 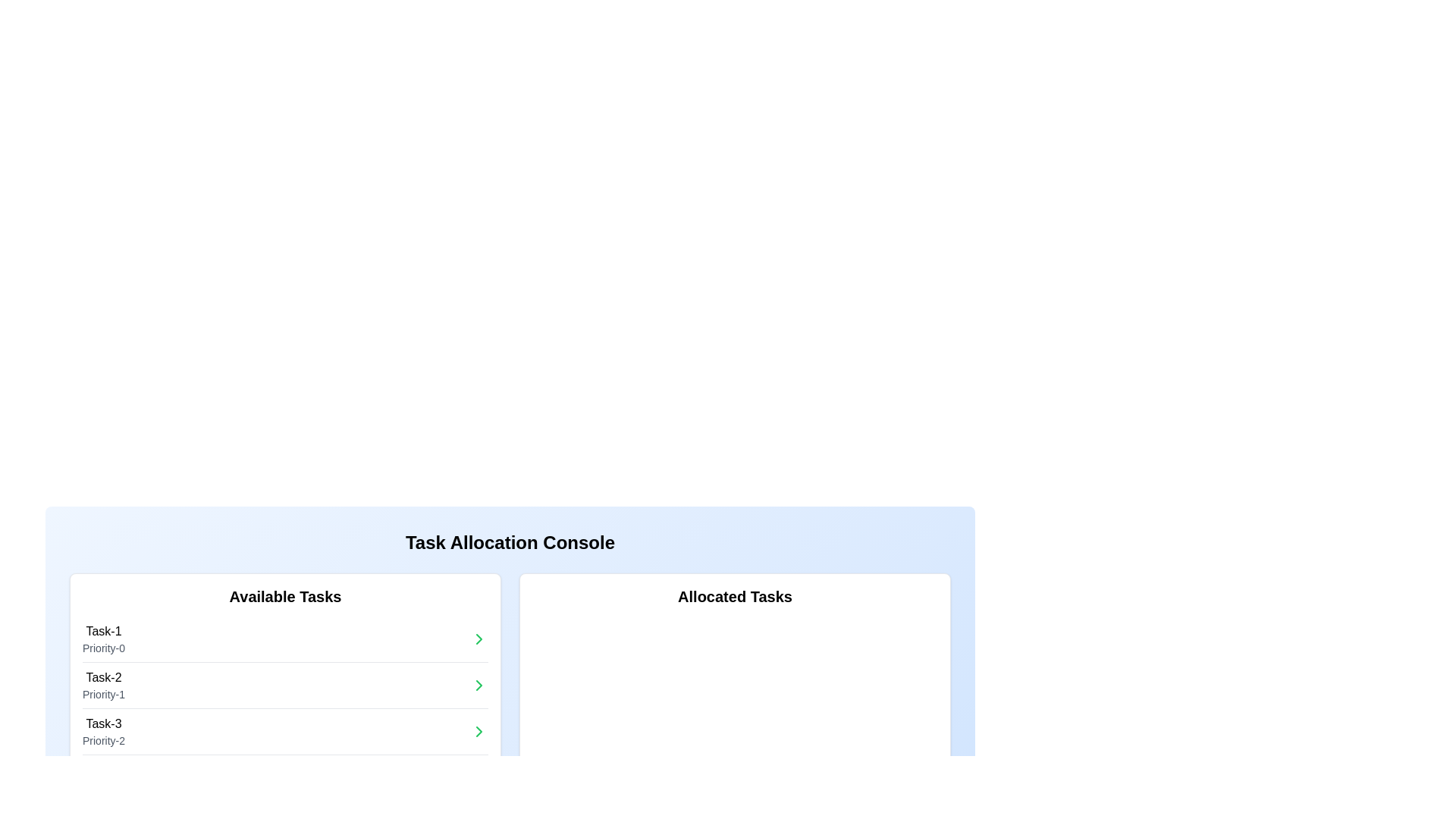 What do you see at coordinates (479, 685) in the screenshot?
I see `the visual indication of the icon located in the 'Available Tasks' section, positioned to the right of 'Task-2 Priority-1'` at bounding box center [479, 685].